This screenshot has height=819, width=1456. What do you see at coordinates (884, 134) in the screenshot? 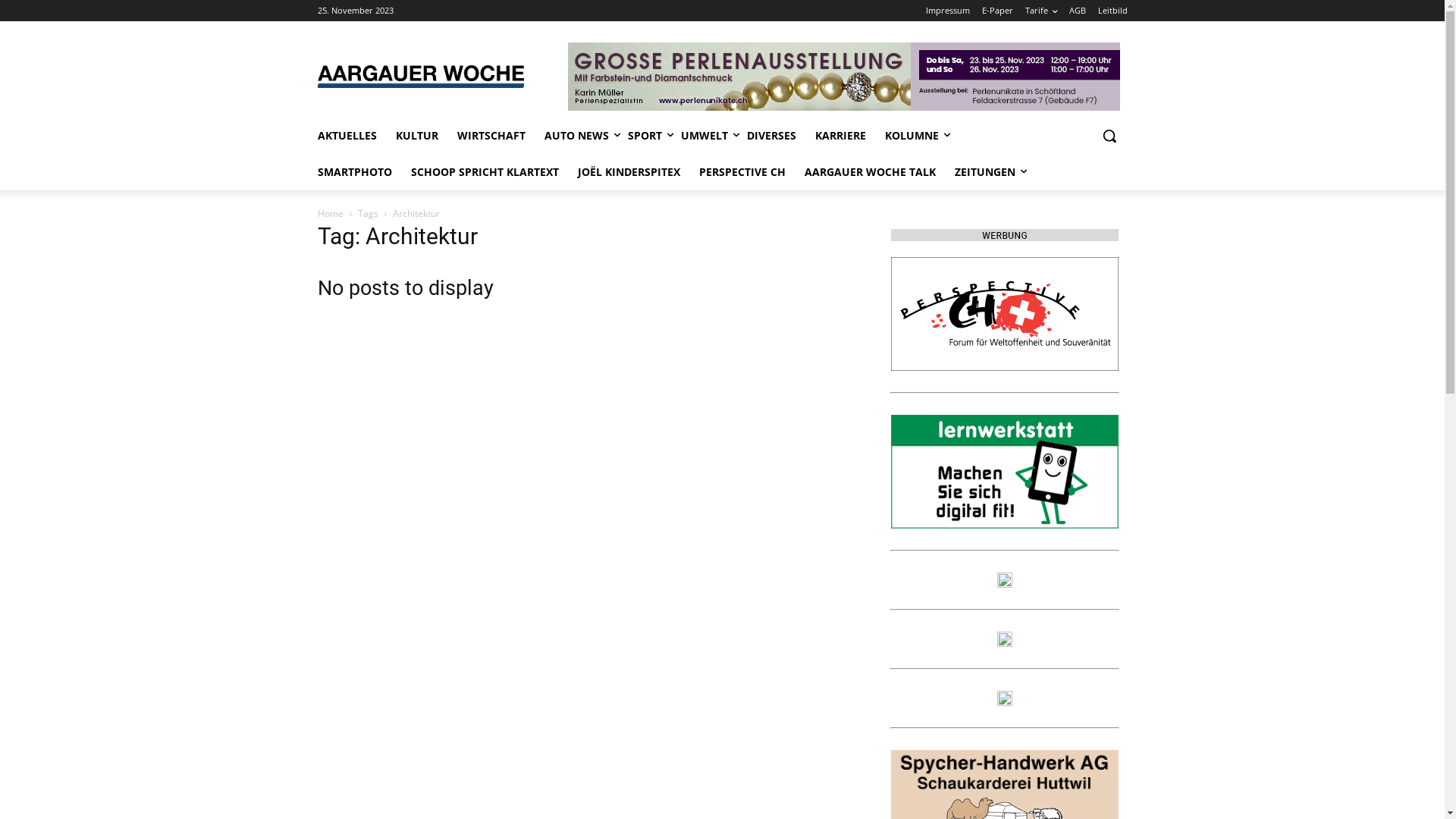
I see `'KOLUMNE'` at bounding box center [884, 134].